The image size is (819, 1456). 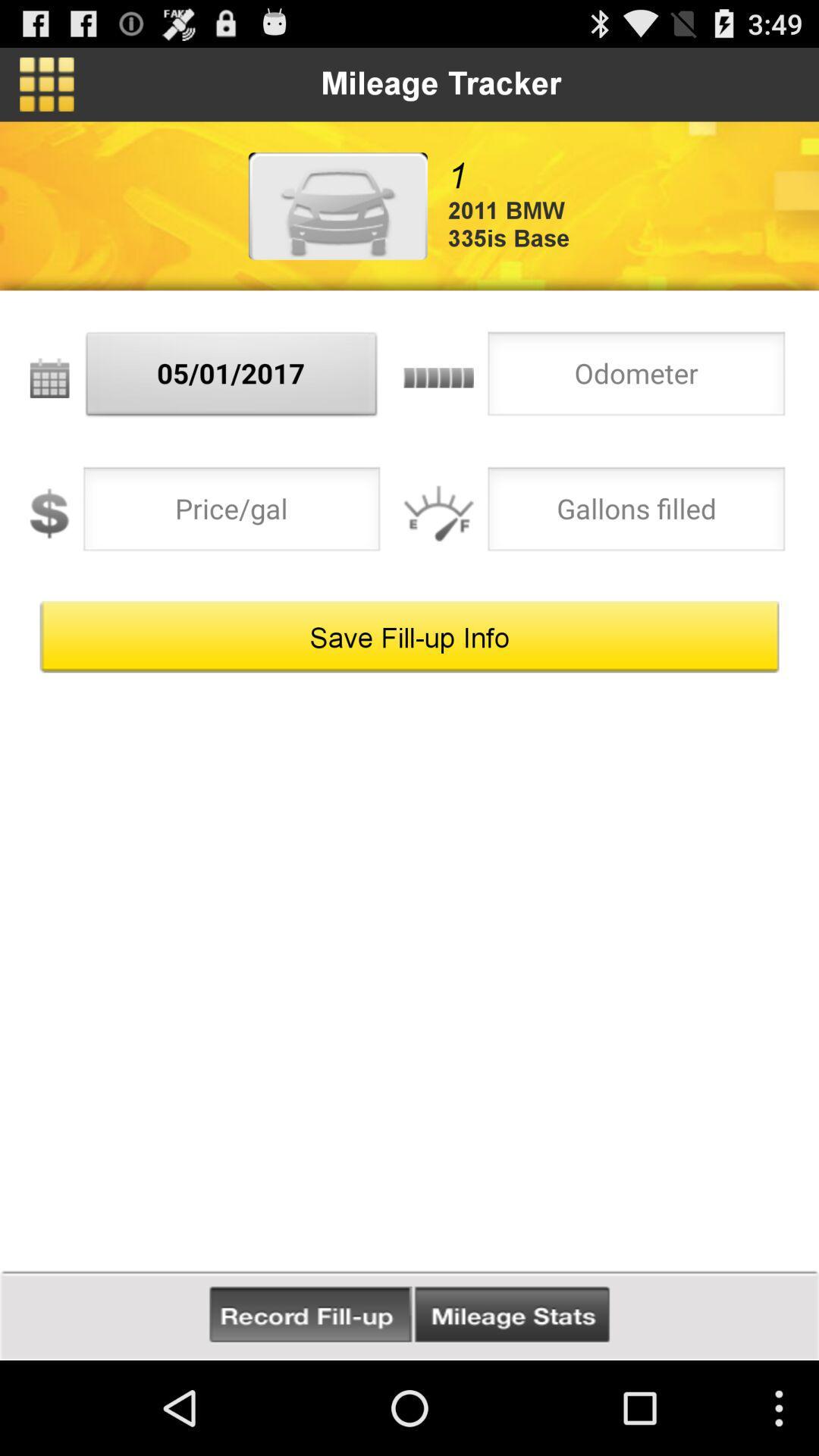 I want to click on icon next to 1  item, so click(x=337, y=205).